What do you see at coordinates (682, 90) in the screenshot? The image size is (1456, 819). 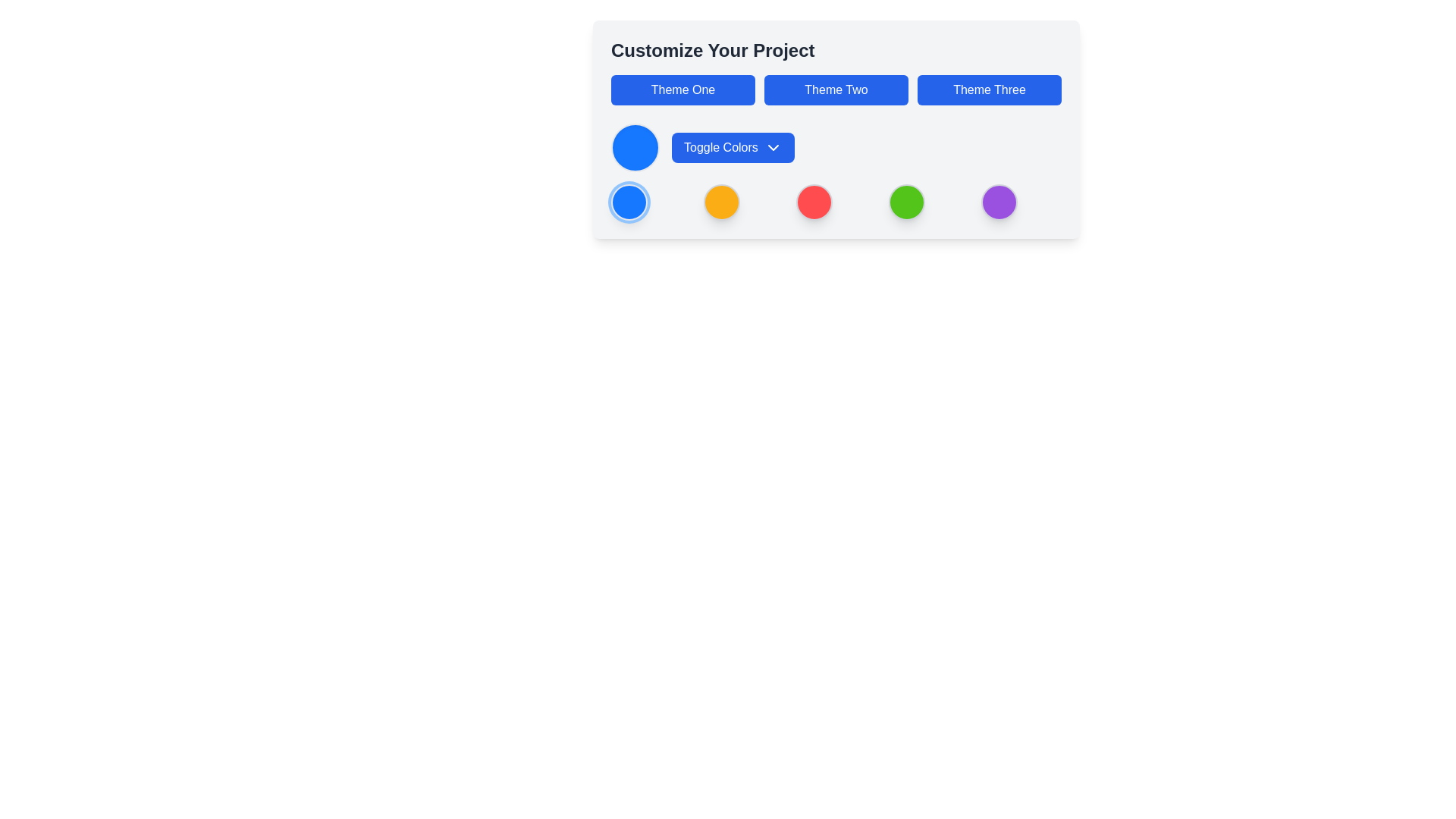 I see `the 'Theme One' button, a rectangular button with rounded corners and a blue background` at bounding box center [682, 90].